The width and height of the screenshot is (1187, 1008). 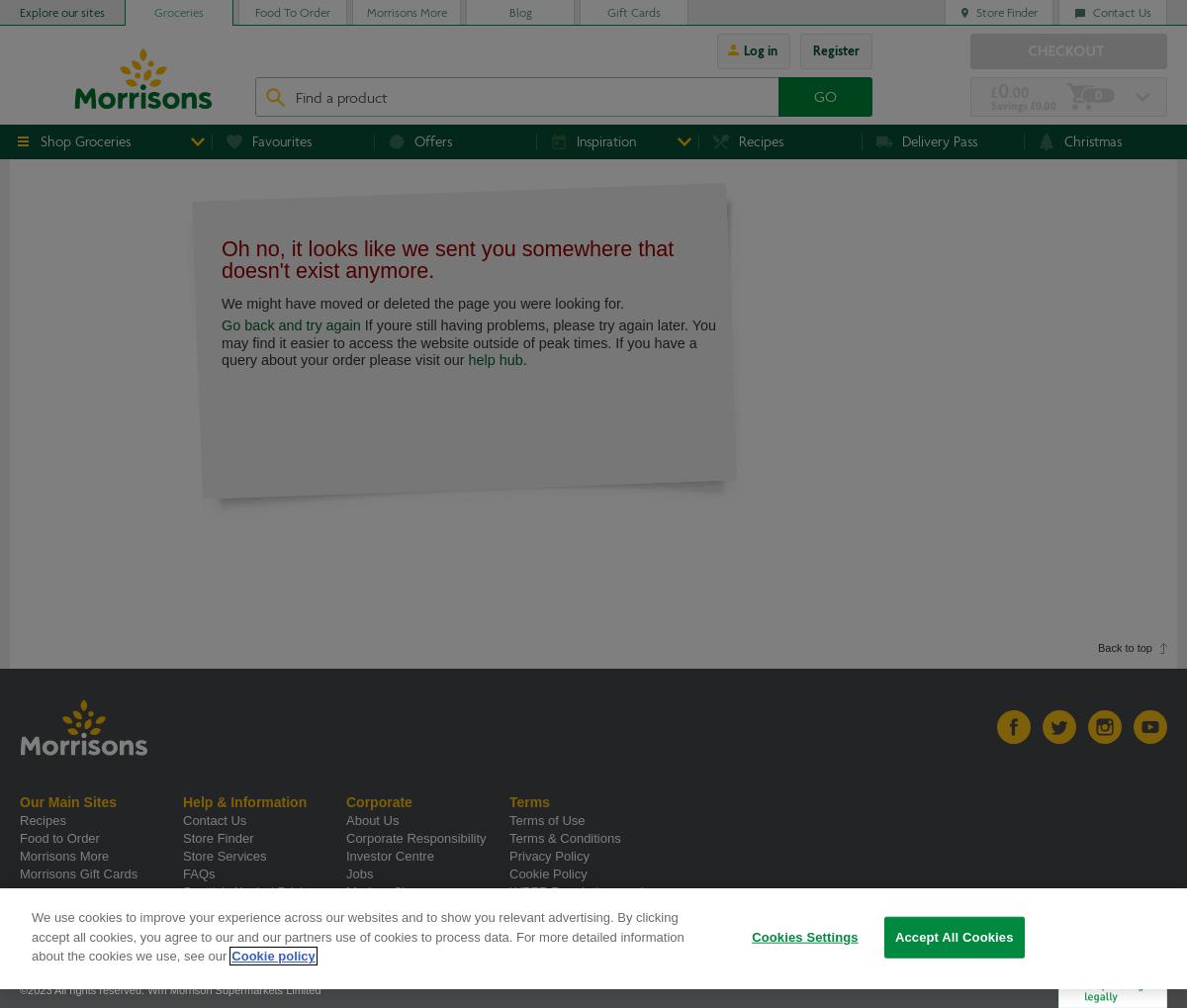 I want to click on 'Register', so click(x=835, y=50).